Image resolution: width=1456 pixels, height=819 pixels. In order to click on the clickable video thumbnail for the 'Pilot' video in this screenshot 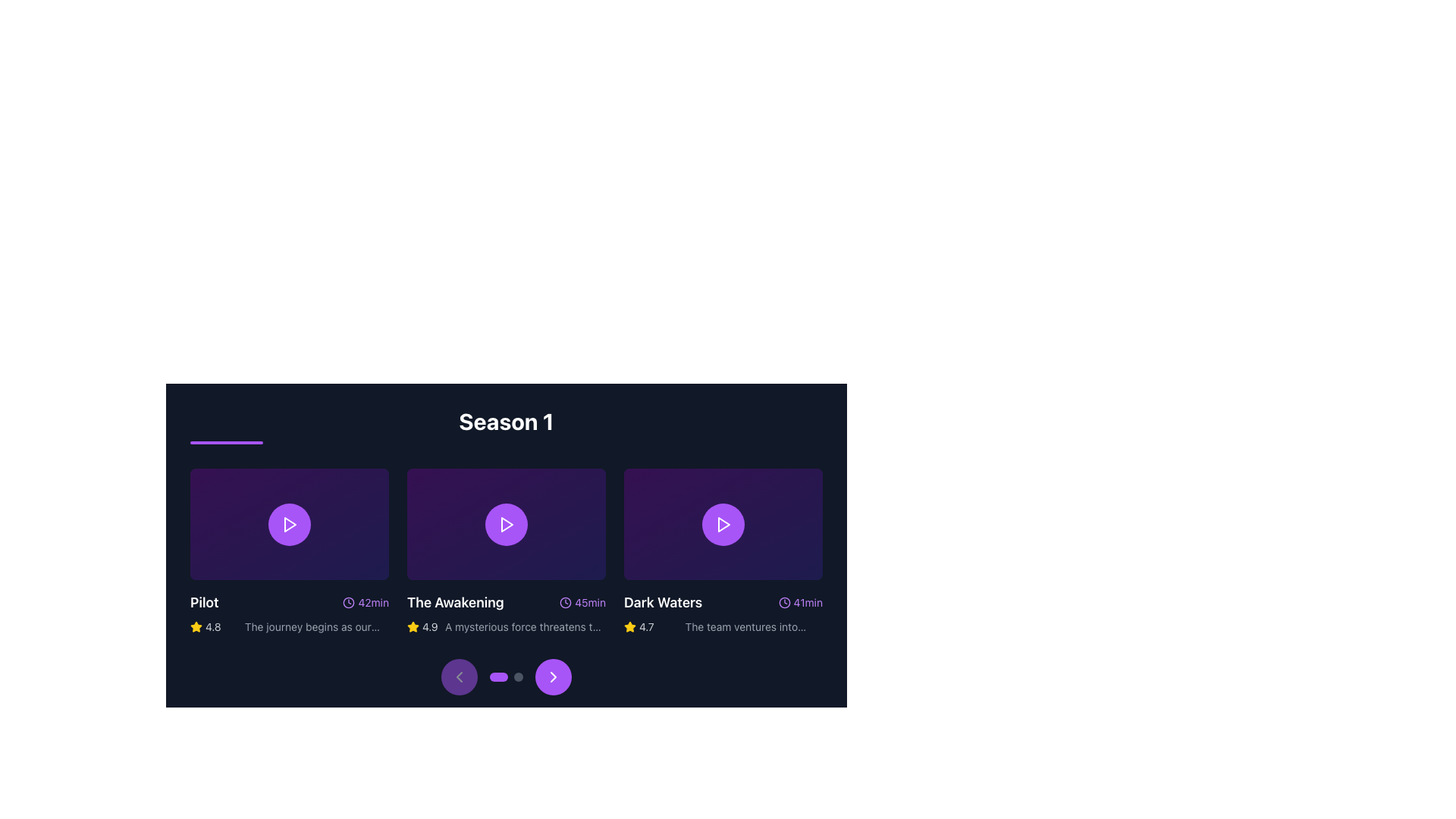, I will do `click(290, 522)`.